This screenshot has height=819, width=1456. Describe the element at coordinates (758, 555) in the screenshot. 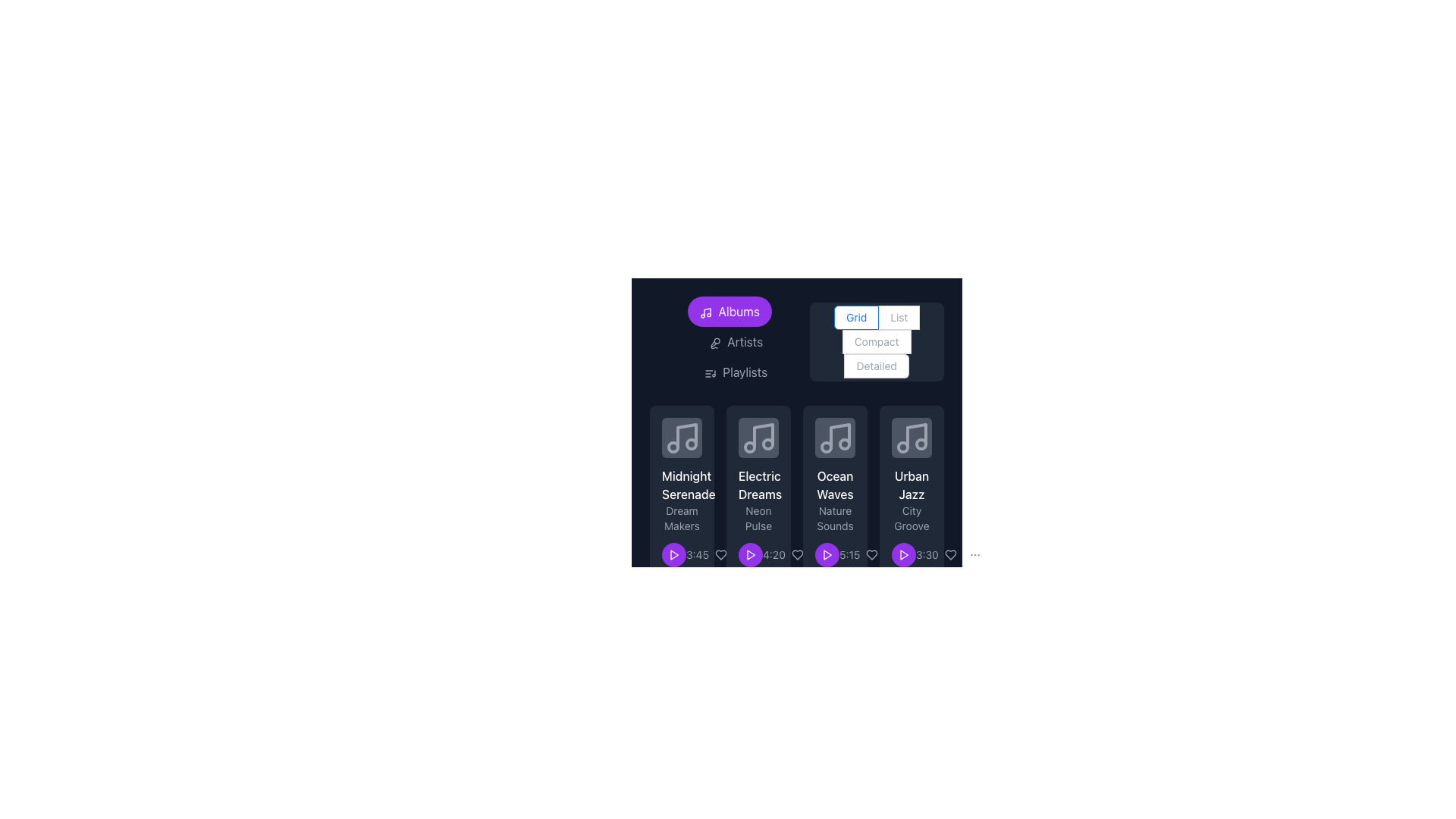

I see `the static text label that indicates the duration of the media item on the 'Electric Dreams' card, located at the bottom right corner next to the purple play button` at that location.